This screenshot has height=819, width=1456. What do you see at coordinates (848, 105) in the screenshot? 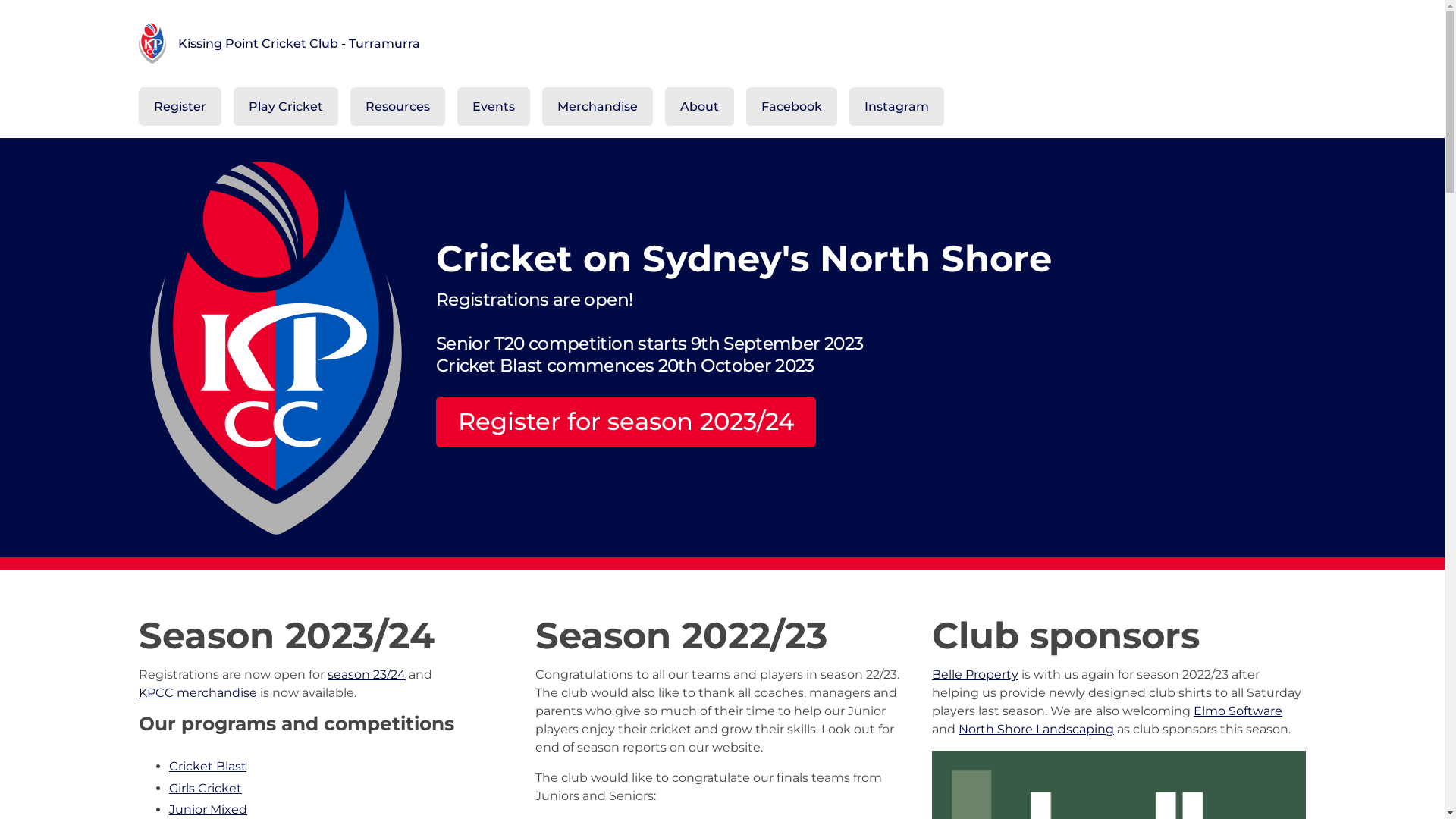
I see `'Instagram'` at bounding box center [848, 105].